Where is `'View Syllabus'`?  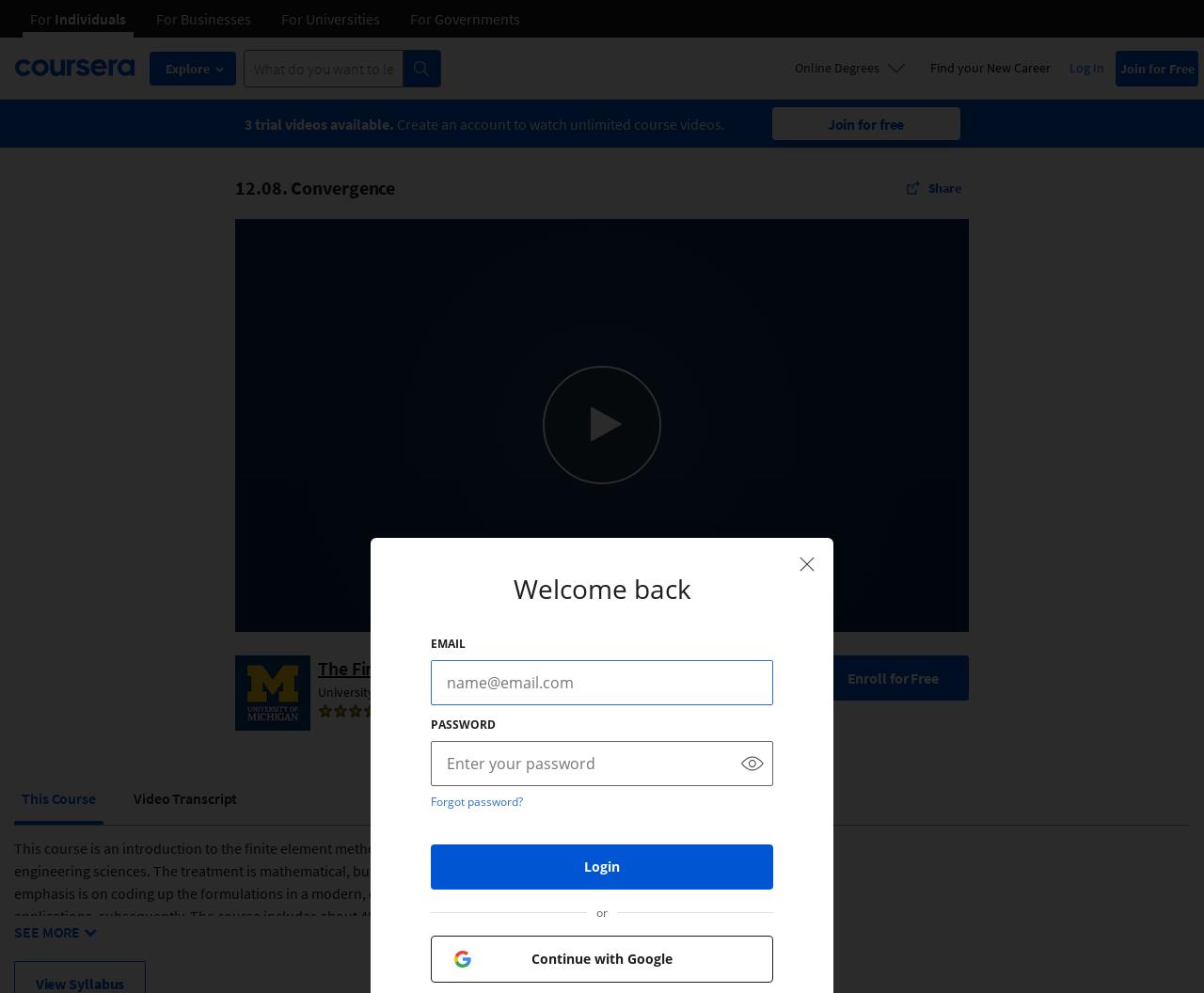 'View Syllabus' is located at coordinates (78, 982).